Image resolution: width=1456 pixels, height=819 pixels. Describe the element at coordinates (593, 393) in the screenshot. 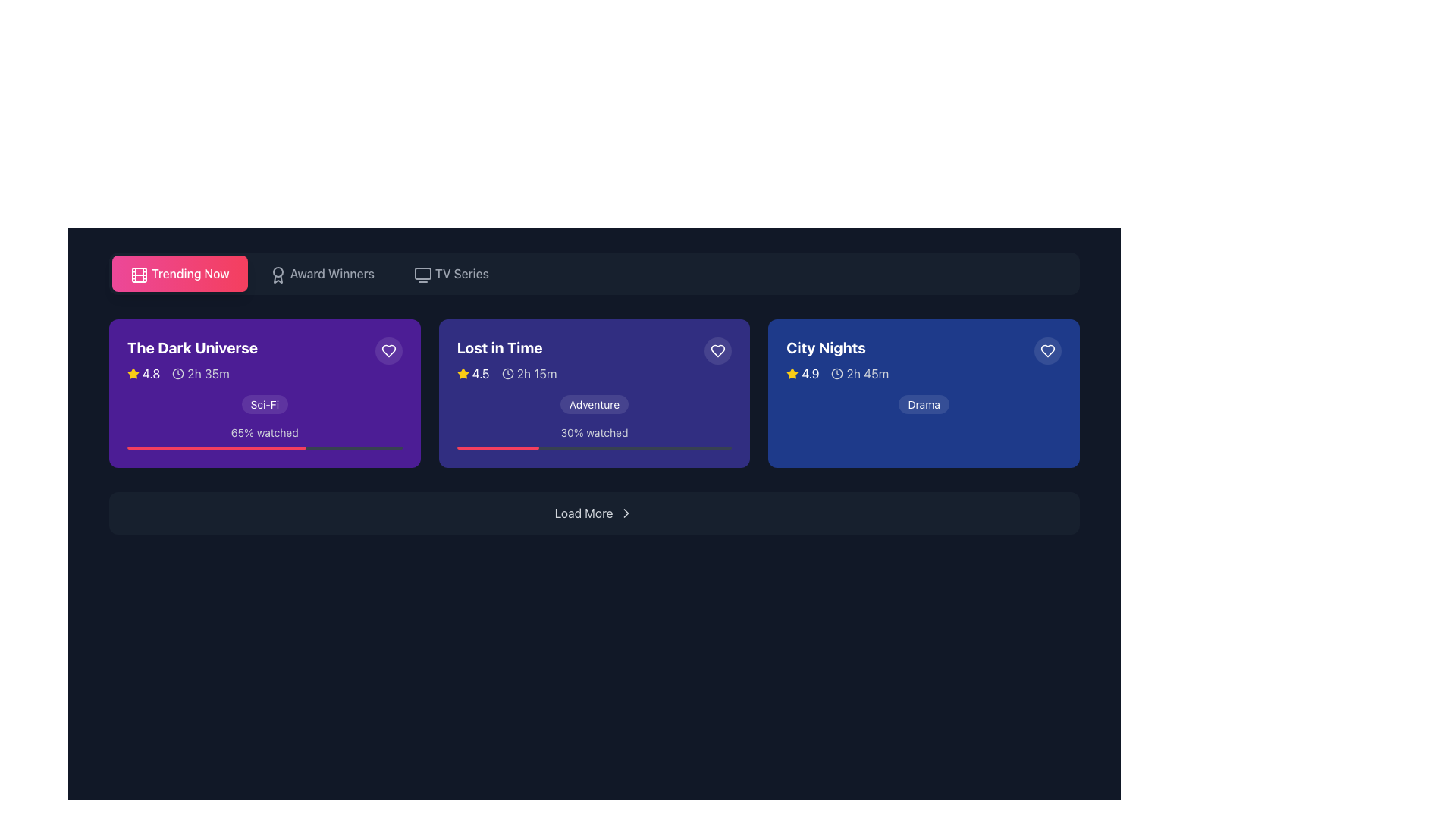

I see `the movie card titled 'Lost in Time' to explore more details about the movie` at that location.